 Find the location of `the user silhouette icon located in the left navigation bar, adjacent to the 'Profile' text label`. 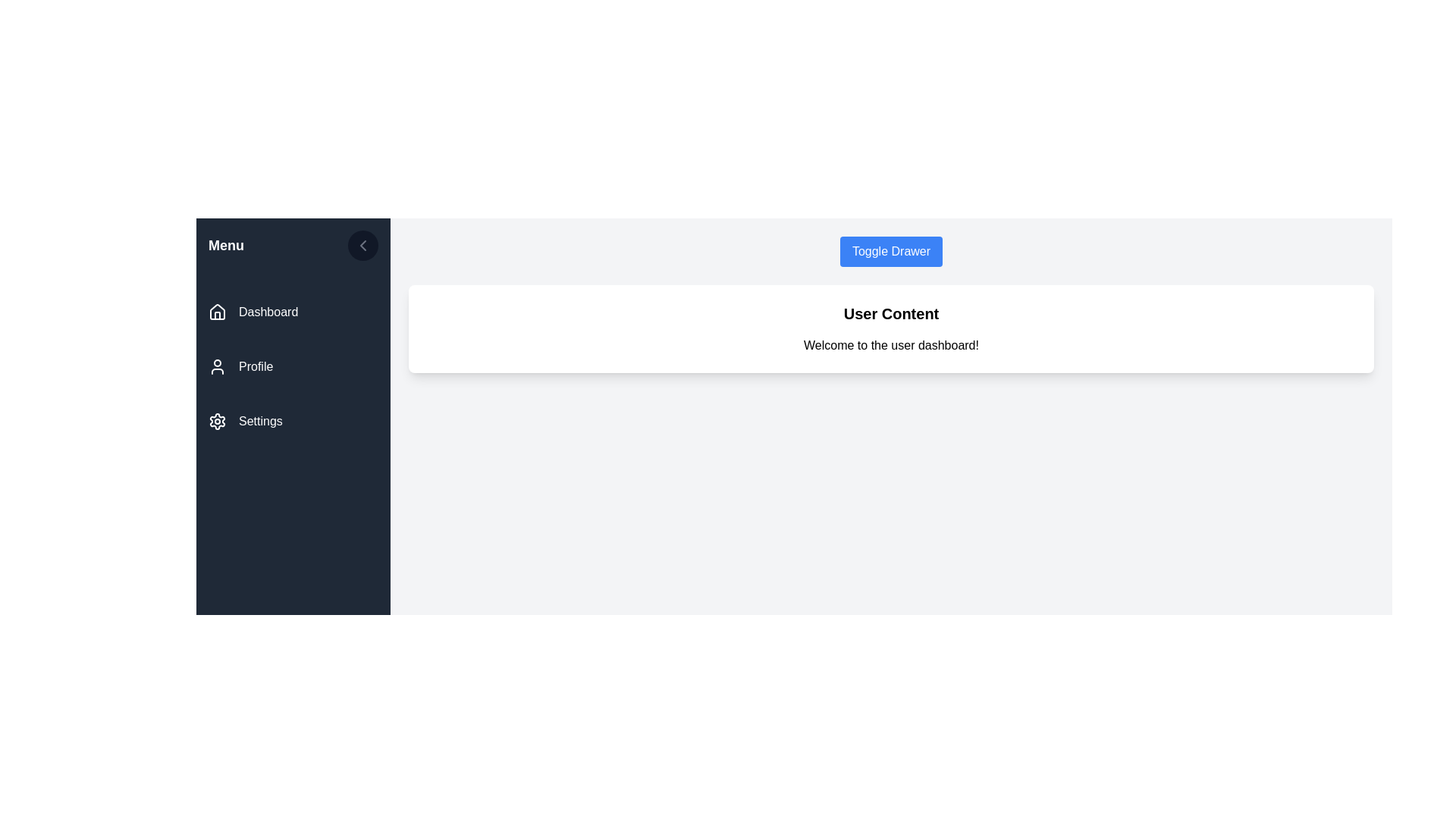

the user silhouette icon located in the left navigation bar, adjacent to the 'Profile' text label is located at coordinates (217, 366).